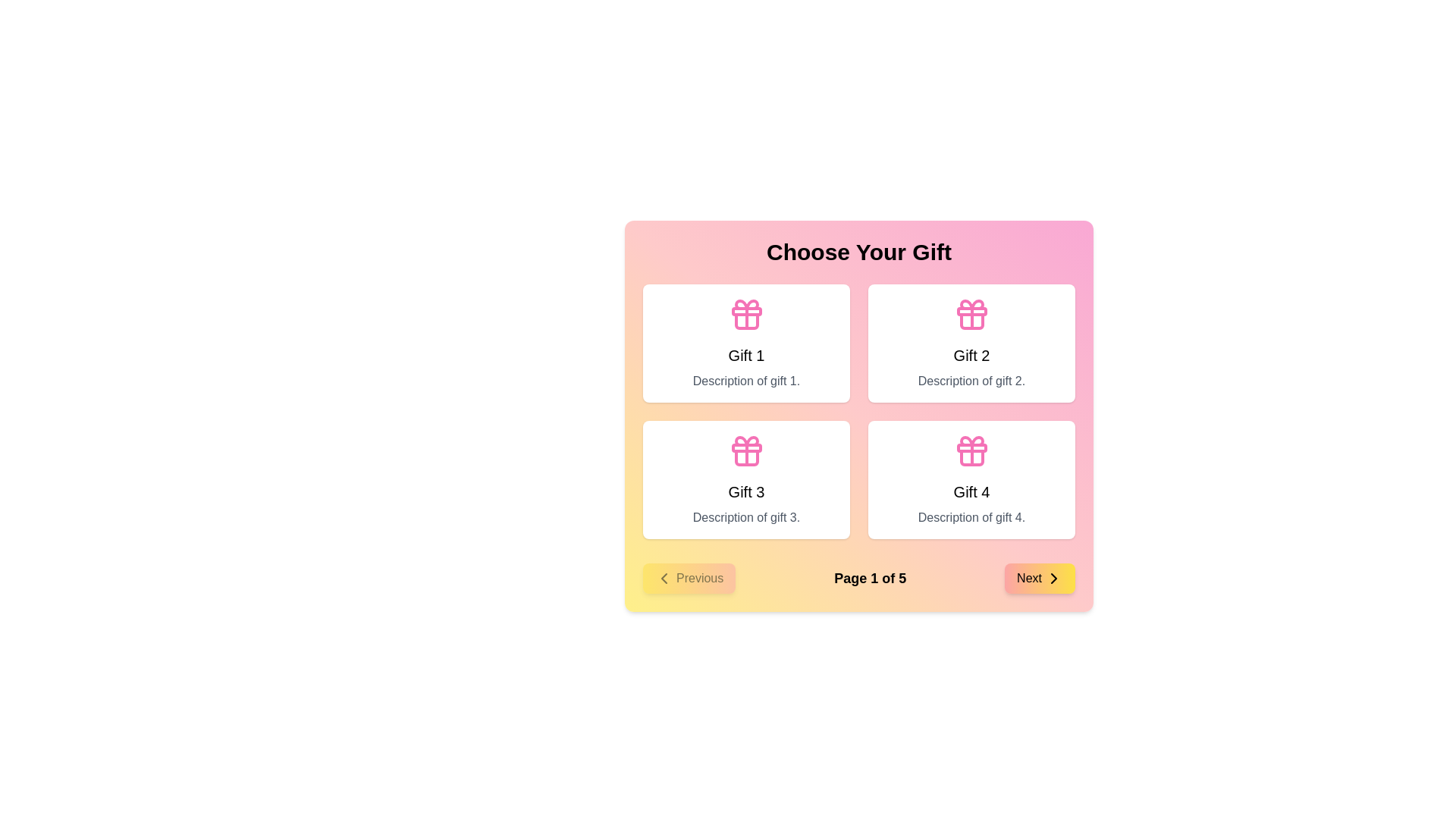 Image resolution: width=1456 pixels, height=819 pixels. Describe the element at coordinates (746, 304) in the screenshot. I see `the top portion of the gift box graphic with a bow, identified by pink-colored lines, located within the 'Gift 1' grid item` at that location.